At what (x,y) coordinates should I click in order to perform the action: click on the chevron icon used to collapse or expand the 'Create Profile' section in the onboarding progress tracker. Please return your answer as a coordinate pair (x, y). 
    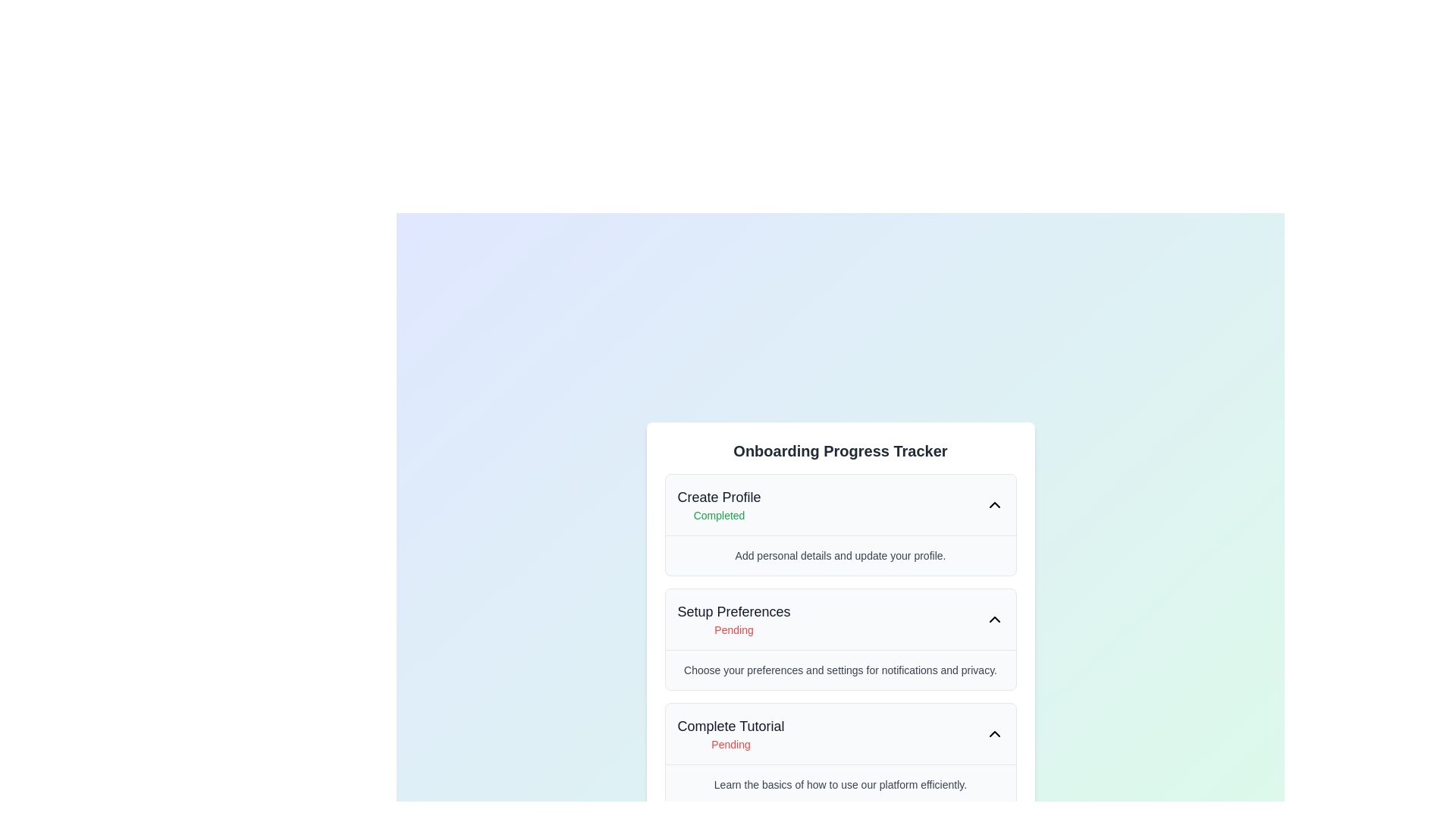
    Looking at the image, I should click on (994, 504).